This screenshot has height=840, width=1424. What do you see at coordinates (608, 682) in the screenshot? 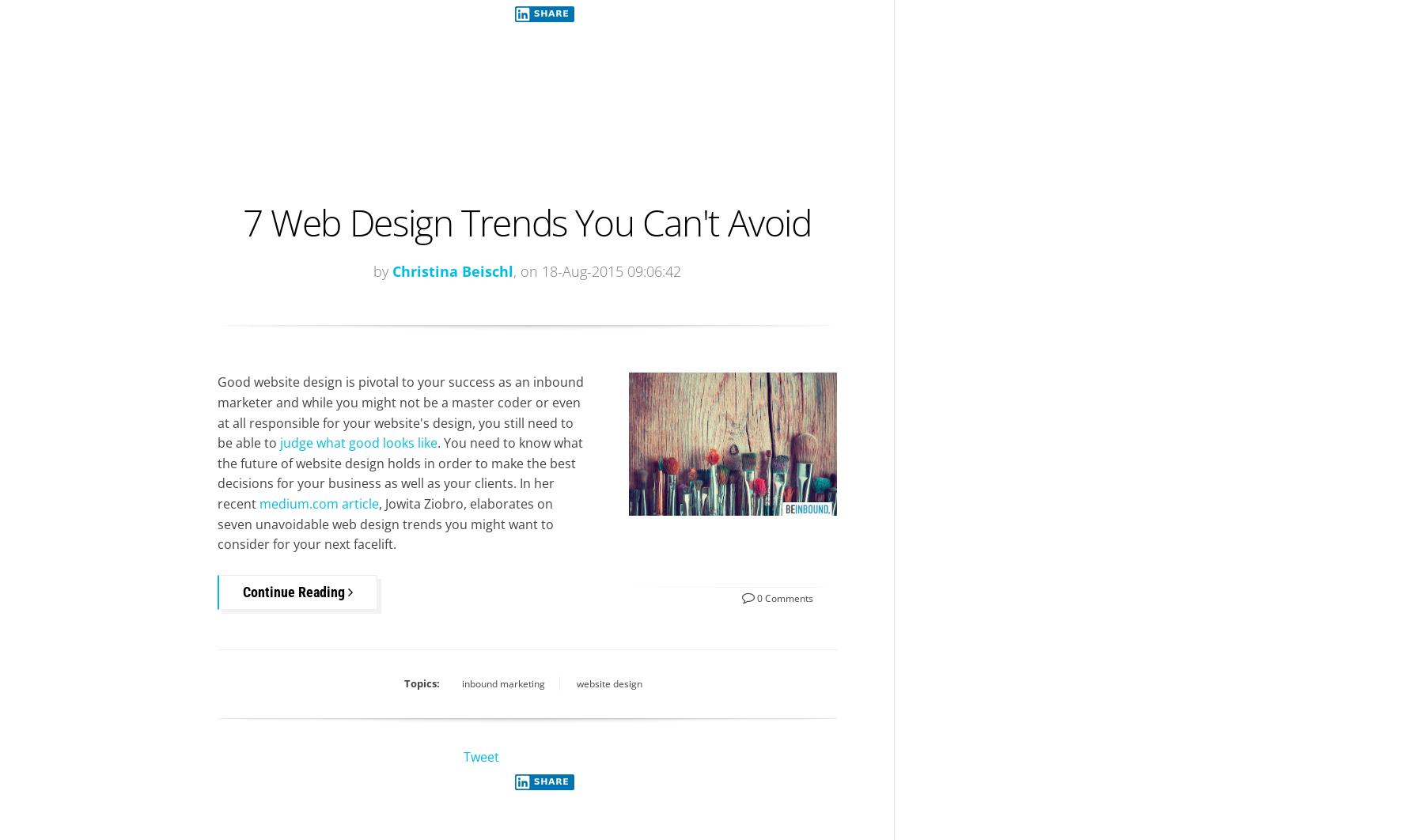
I see `'website design'` at bounding box center [608, 682].